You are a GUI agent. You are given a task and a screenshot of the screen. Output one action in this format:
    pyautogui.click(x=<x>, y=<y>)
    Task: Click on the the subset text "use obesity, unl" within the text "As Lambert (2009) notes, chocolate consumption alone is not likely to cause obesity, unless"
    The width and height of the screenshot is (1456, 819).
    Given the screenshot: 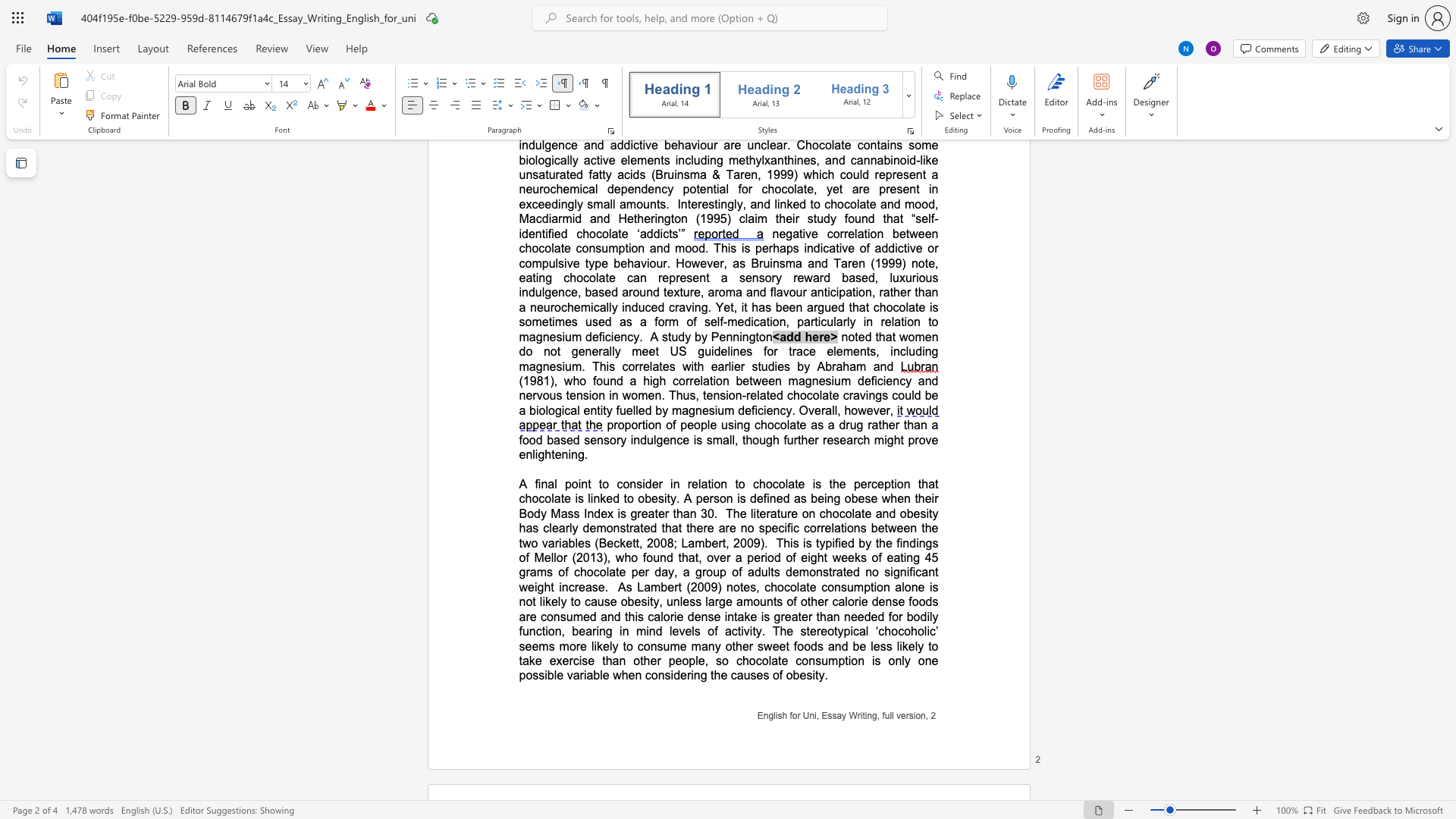 What is the action you would take?
    pyautogui.click(x=596, y=601)
    